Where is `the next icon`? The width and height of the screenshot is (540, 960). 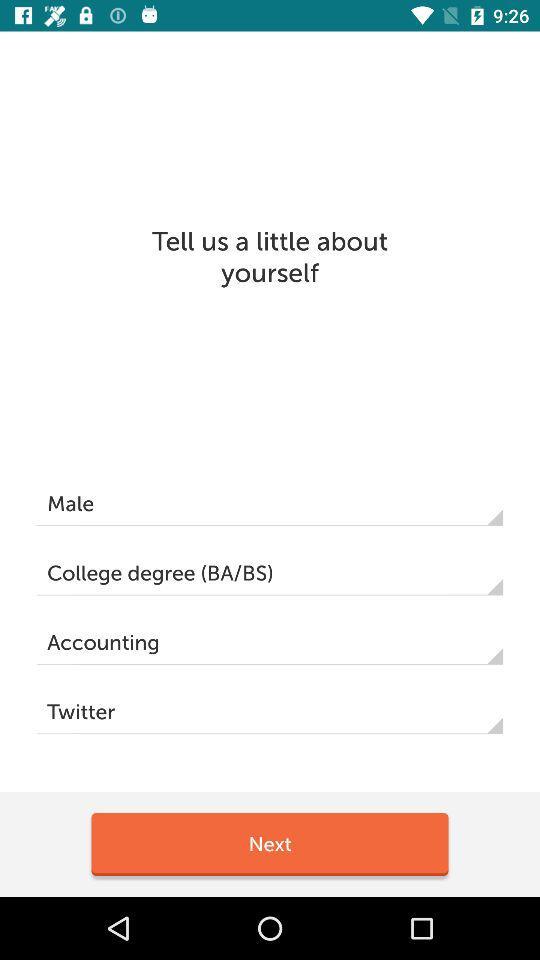
the next icon is located at coordinates (270, 843).